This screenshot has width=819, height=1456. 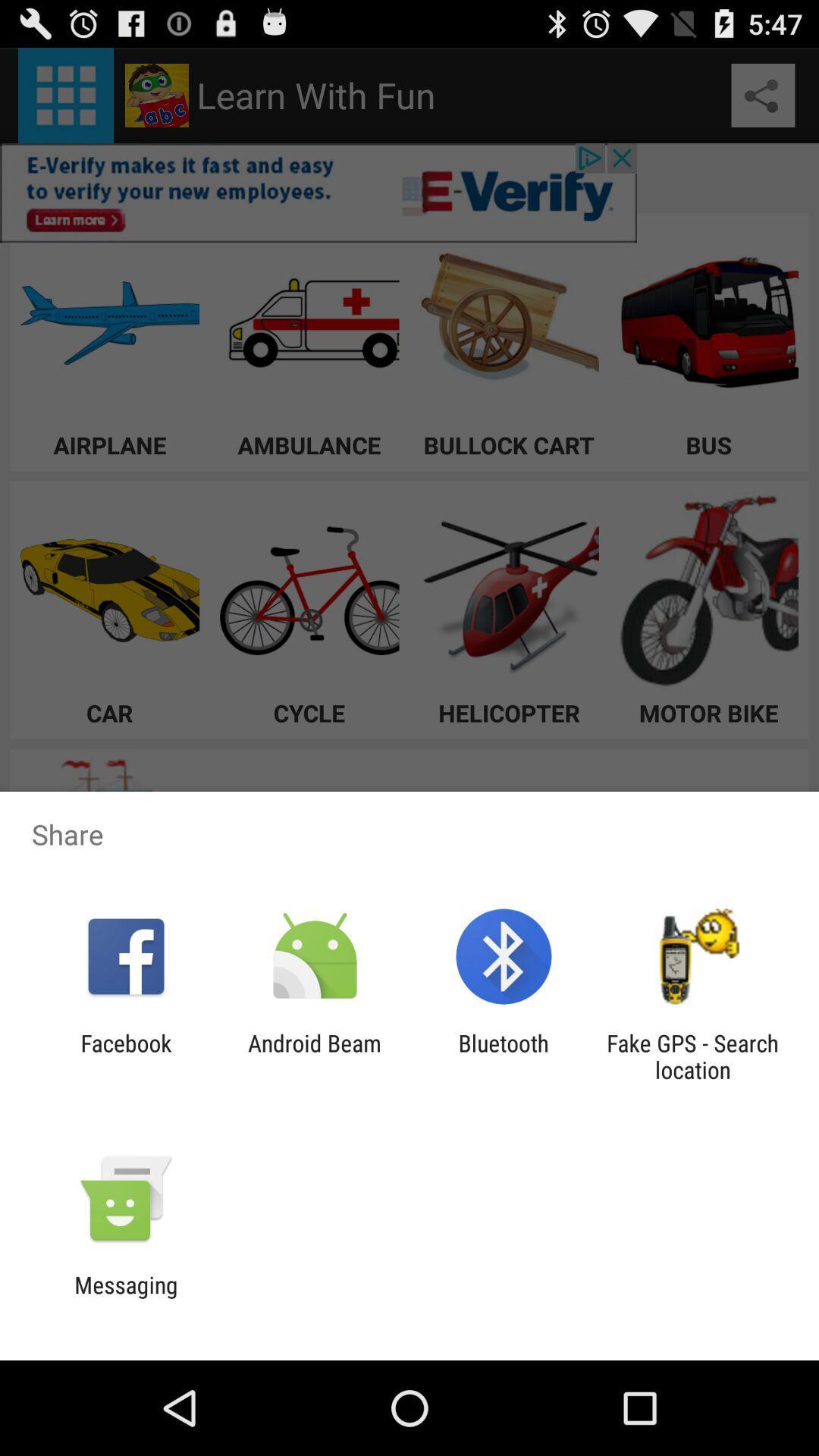 I want to click on app next to bluetooth icon, so click(x=692, y=1056).